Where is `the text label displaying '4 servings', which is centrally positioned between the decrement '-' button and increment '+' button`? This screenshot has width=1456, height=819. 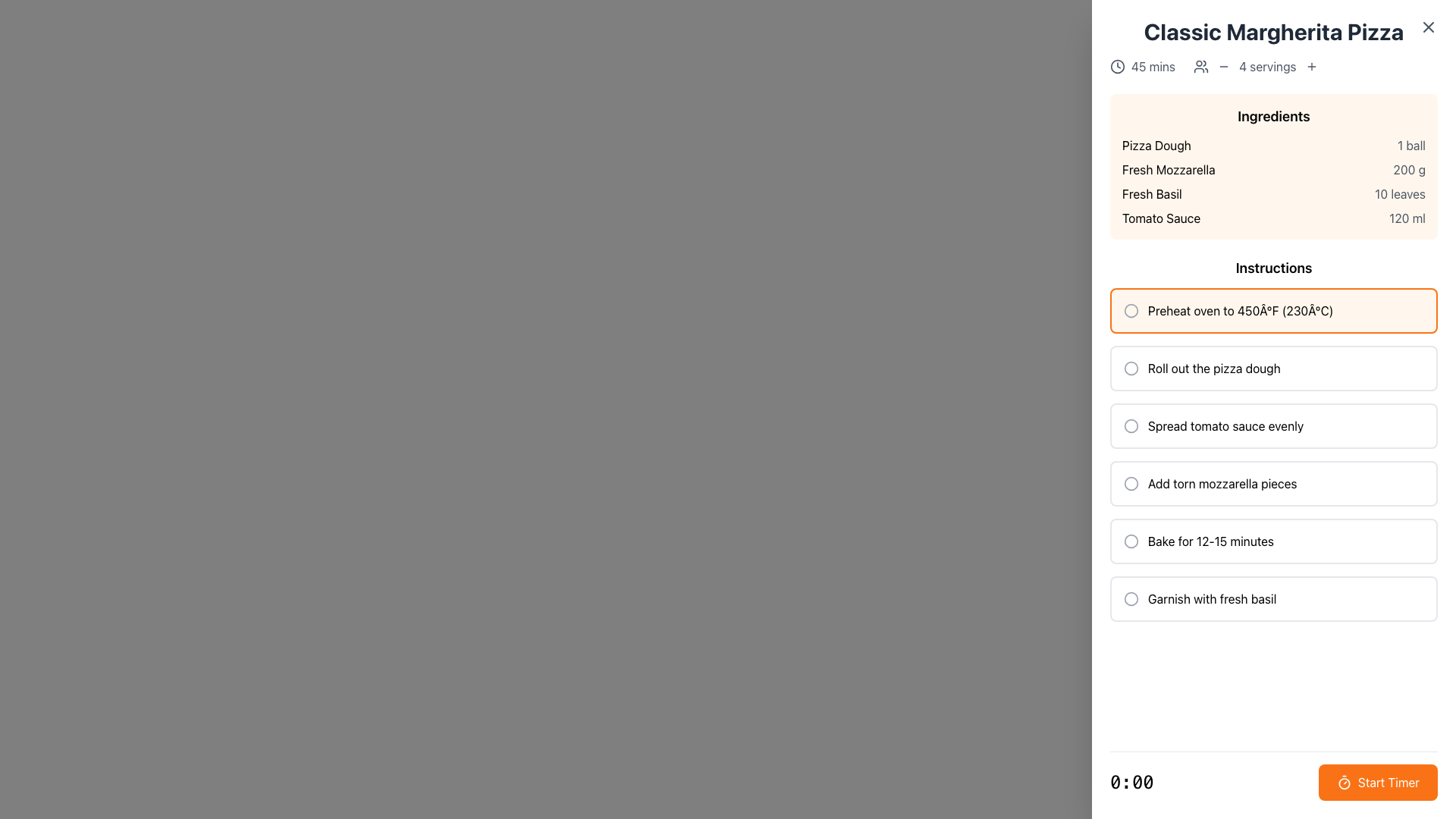 the text label displaying '4 servings', which is centrally positioned between the decrement '-' button and increment '+' button is located at coordinates (1267, 66).